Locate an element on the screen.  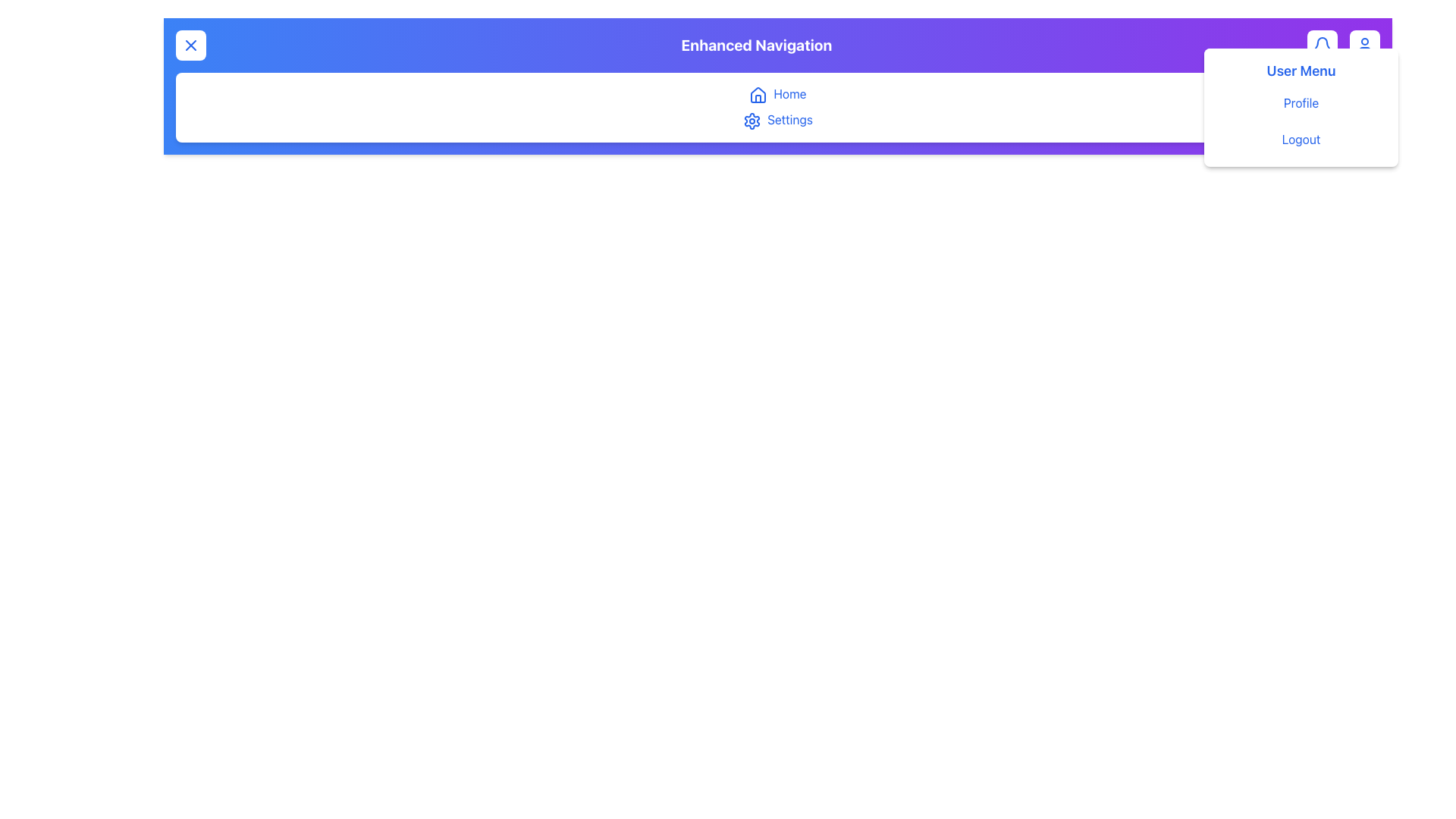
the gear/settings icon located near the top-right of the interface is located at coordinates (752, 120).